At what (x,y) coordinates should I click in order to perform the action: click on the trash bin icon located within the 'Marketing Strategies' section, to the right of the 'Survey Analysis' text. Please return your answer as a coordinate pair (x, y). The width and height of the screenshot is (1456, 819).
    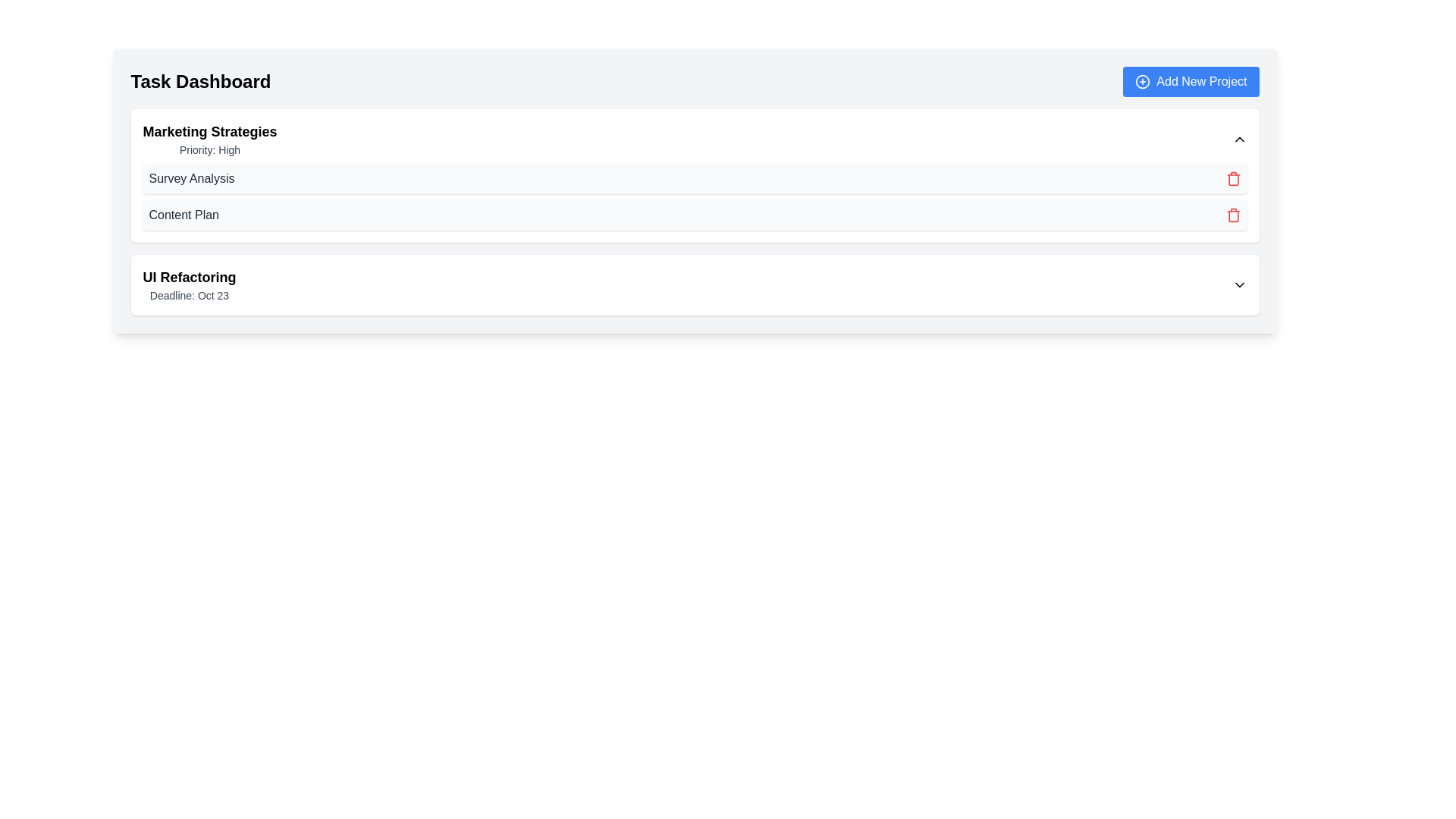
    Looking at the image, I should click on (1233, 179).